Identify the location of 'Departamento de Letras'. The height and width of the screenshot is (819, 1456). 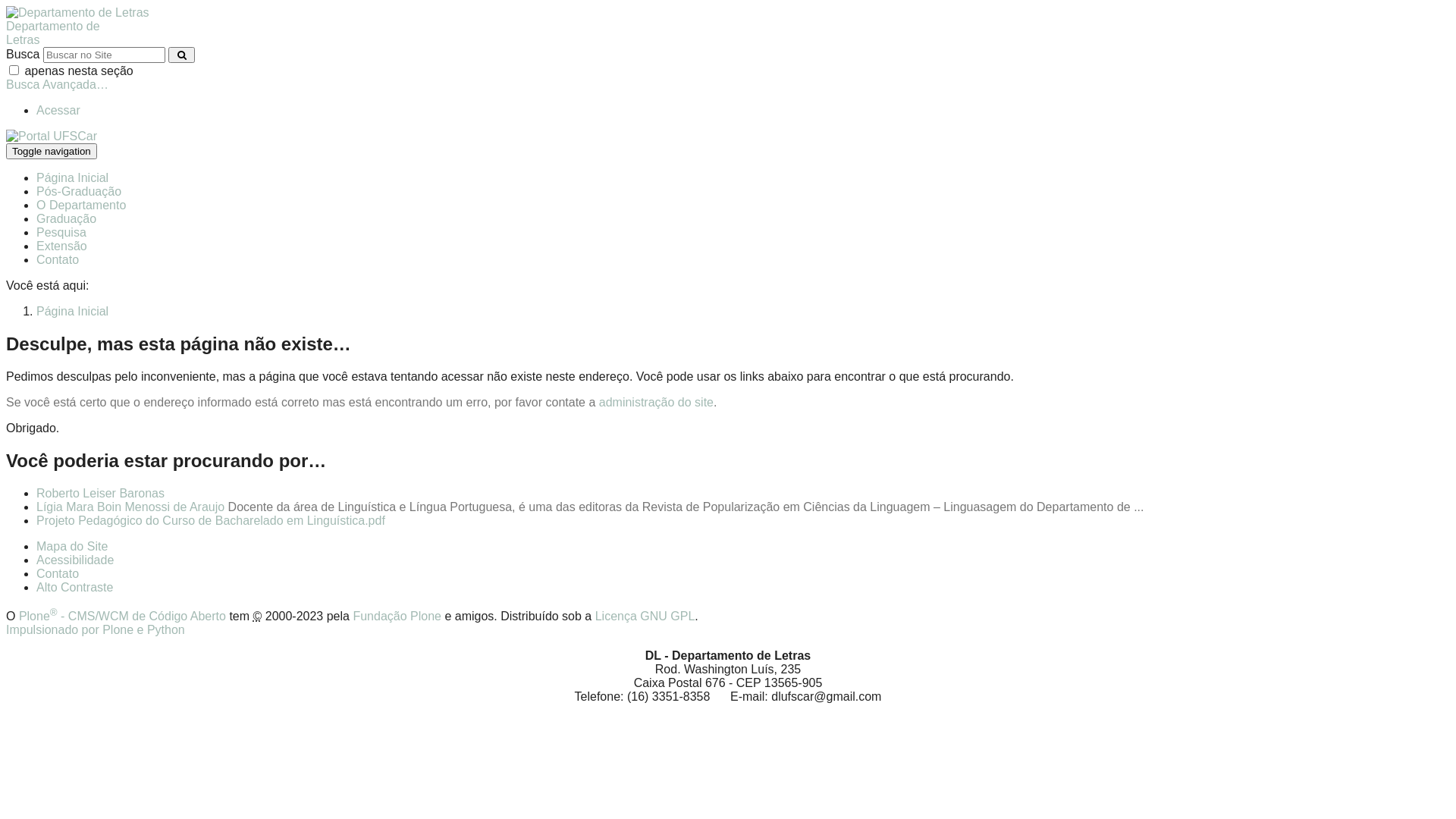
(77, 12).